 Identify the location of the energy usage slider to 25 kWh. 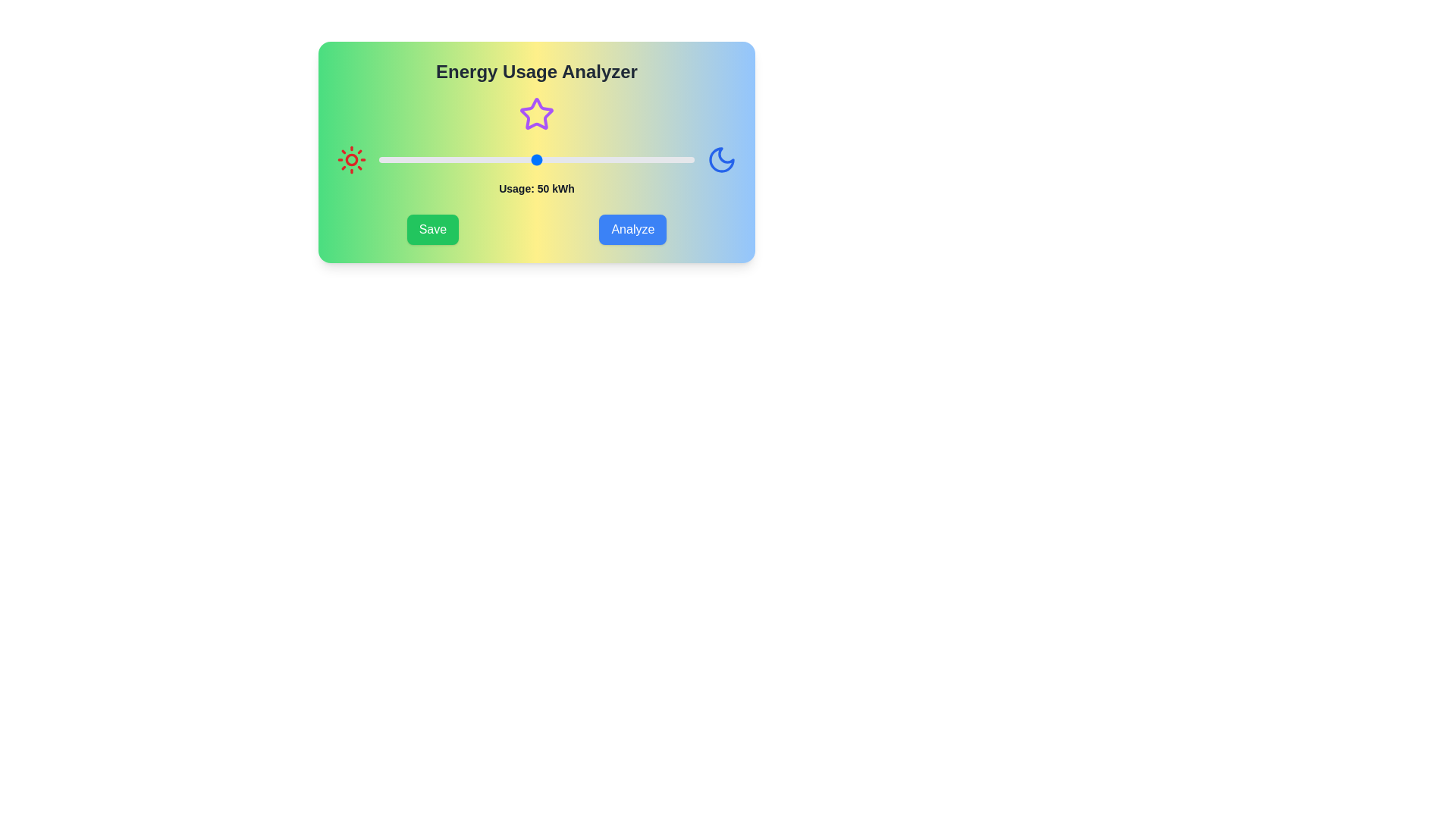
(457, 160).